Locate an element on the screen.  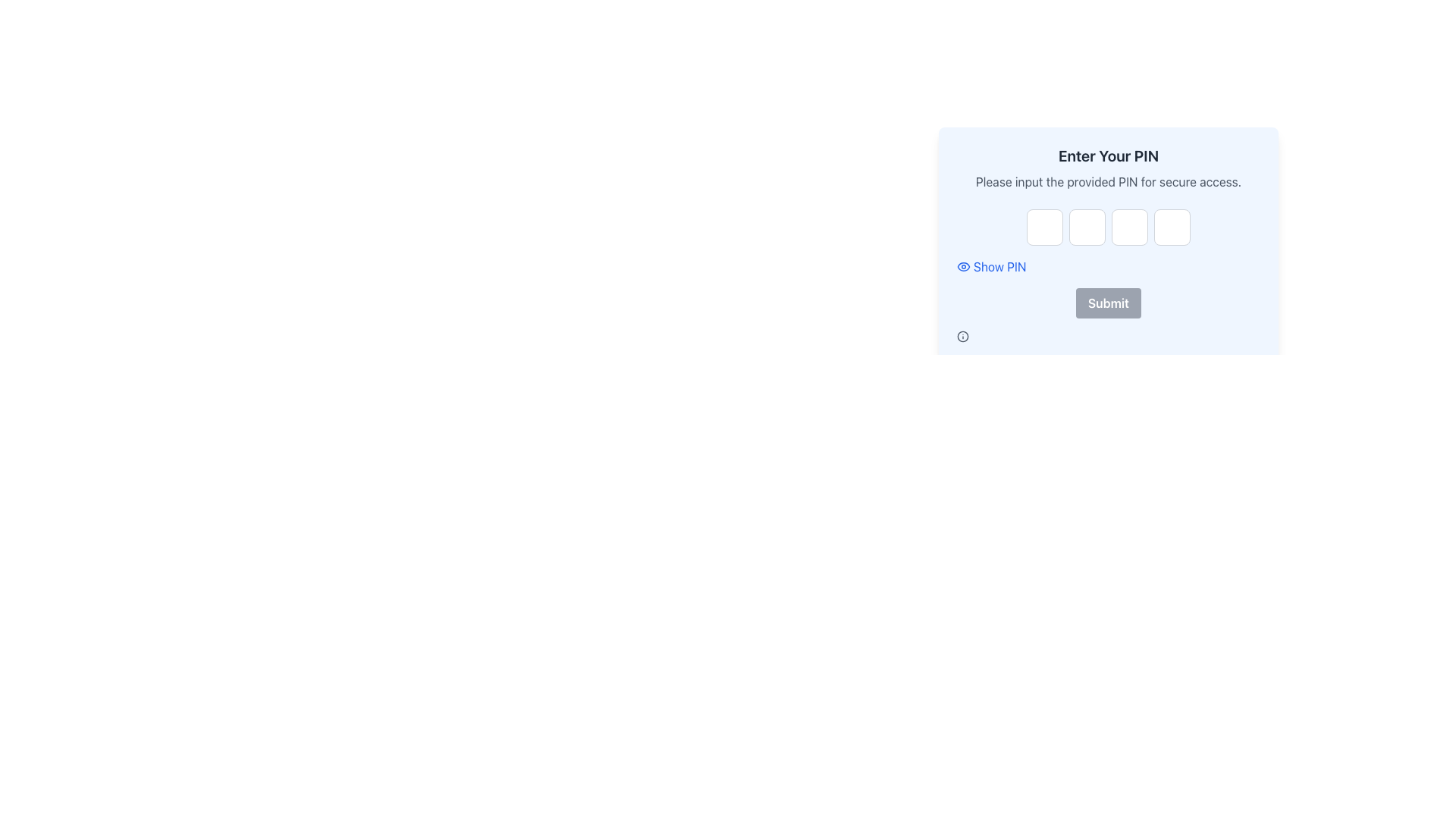
the 'Submit' button located at the lower right section of the 'Enter Your PIN' card, which is currently styled as non-interactive is located at coordinates (1109, 303).